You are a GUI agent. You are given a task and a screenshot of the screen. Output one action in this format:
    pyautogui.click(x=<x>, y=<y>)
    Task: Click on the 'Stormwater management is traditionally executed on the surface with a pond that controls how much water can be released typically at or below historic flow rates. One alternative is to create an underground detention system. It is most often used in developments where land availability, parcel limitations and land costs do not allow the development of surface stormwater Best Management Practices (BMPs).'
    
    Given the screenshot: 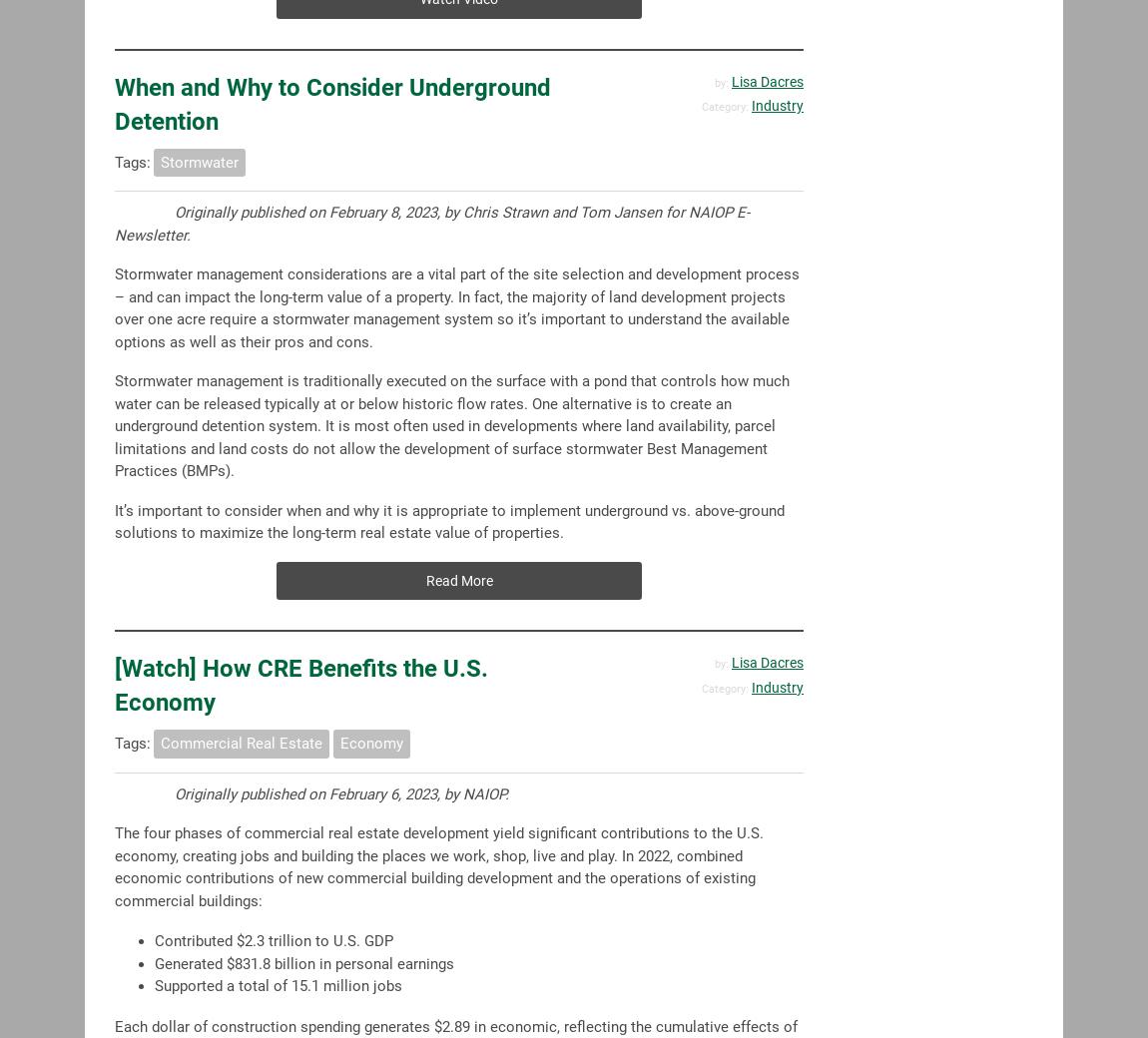 What is the action you would take?
    pyautogui.click(x=451, y=426)
    